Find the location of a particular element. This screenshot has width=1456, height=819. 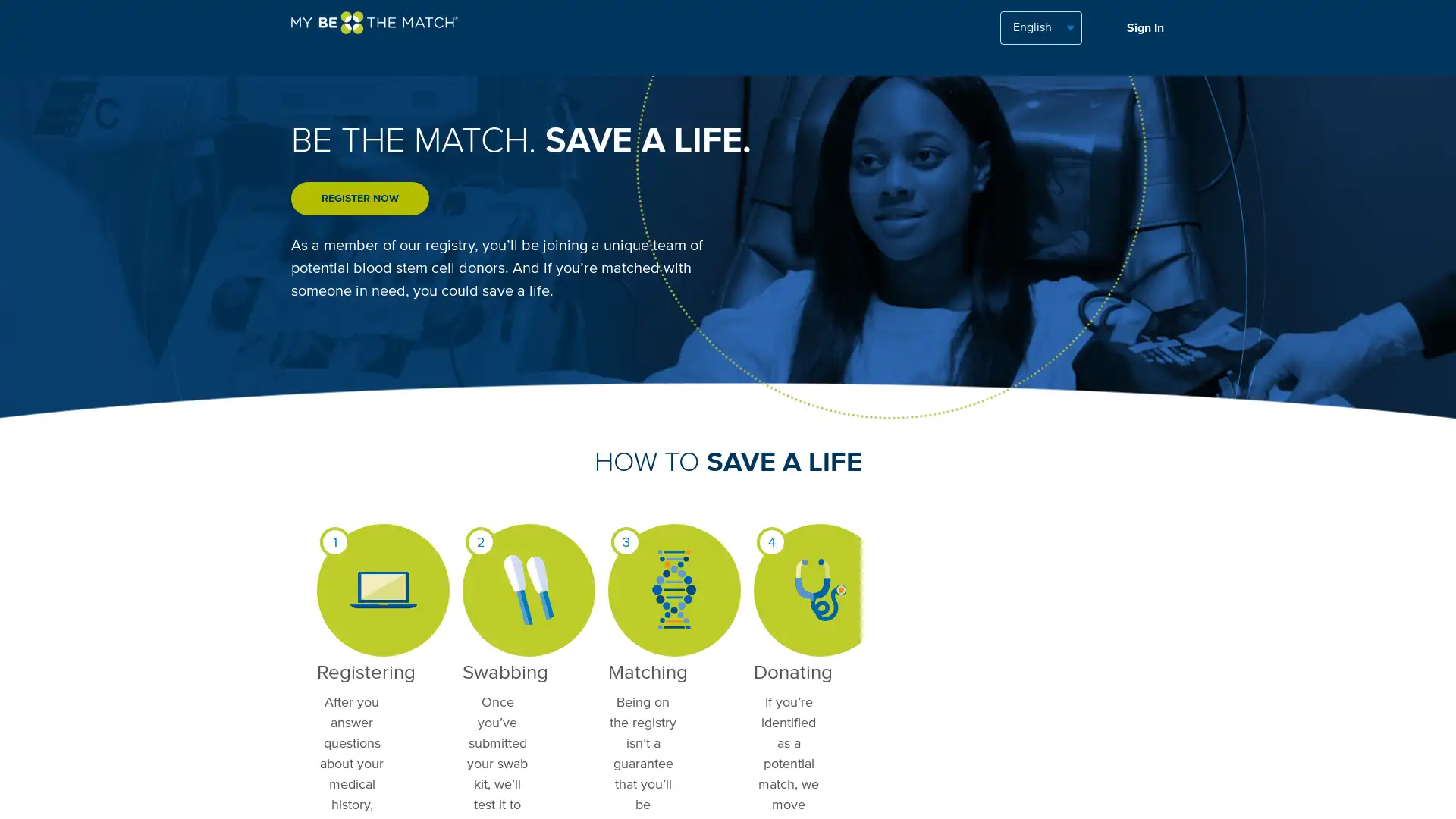

REGISTER NOW is located at coordinates (359, 198).